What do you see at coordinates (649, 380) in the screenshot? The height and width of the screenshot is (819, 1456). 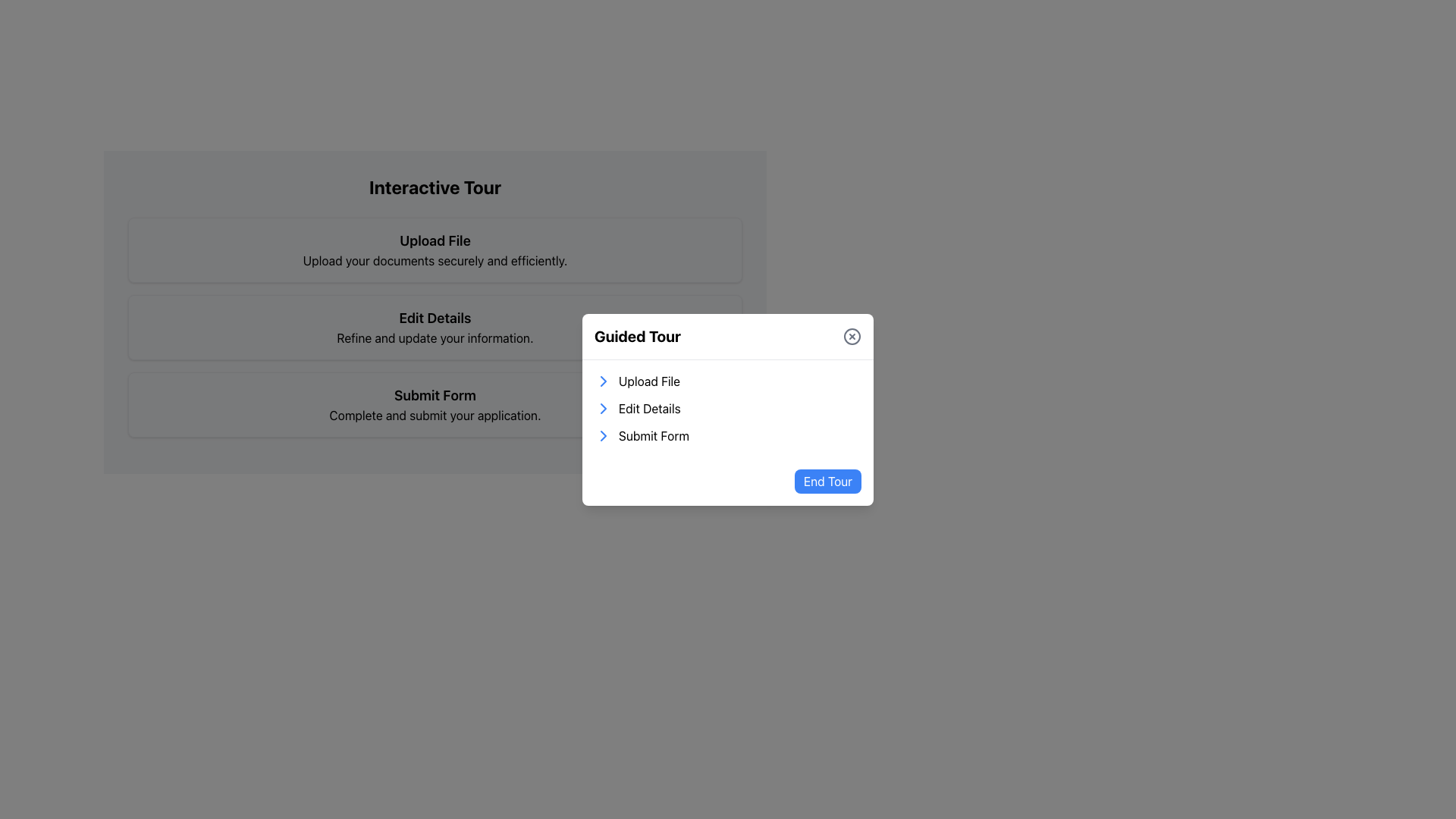 I see `the selectable text label located immediately to the right of the chevron icon in the 'Guided Tour' popup` at bounding box center [649, 380].